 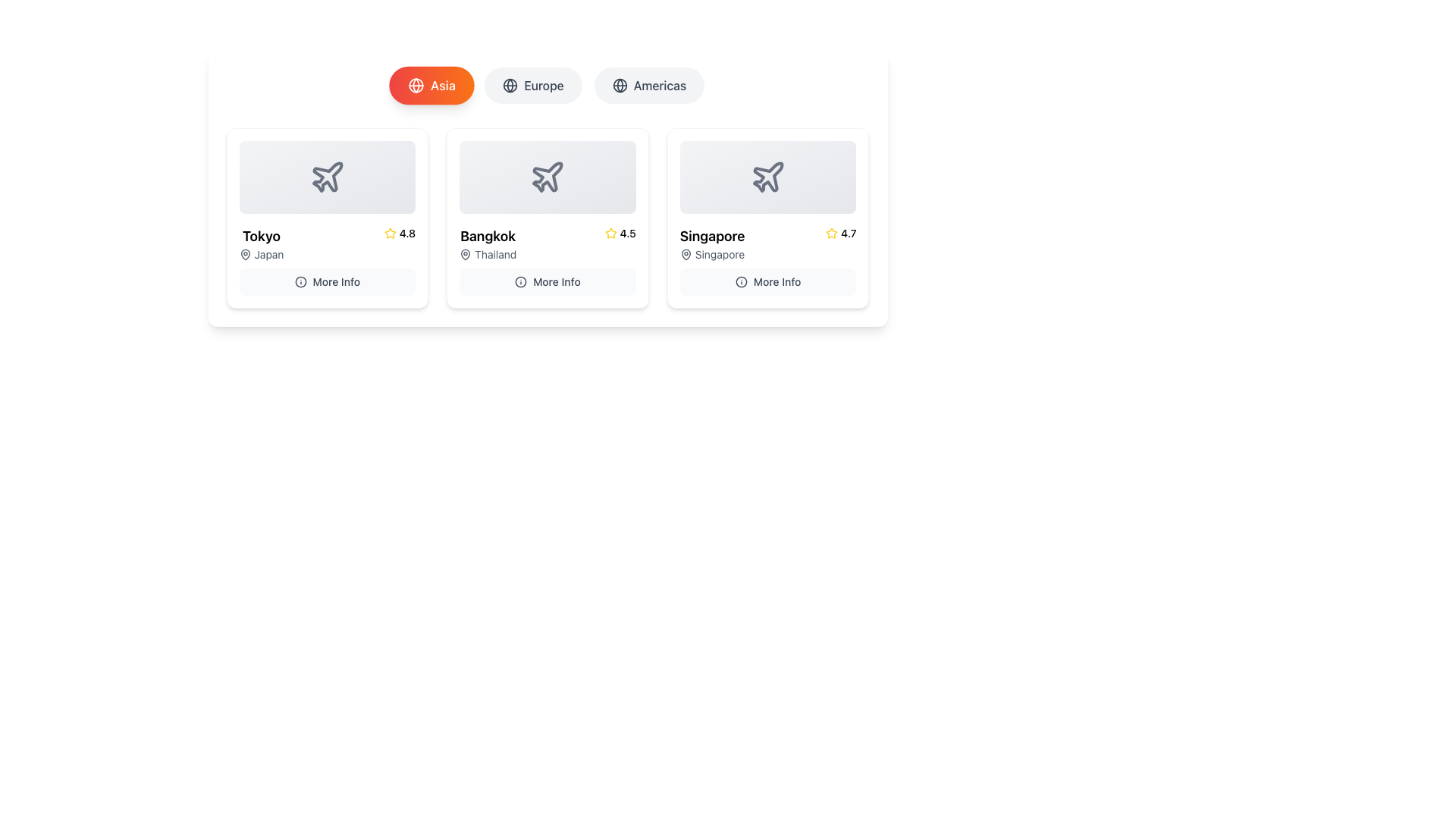 What do you see at coordinates (533, 85) in the screenshot?
I see `the 'Europe' button, which is a rectangular button with rounded corners, labeled in gray text and featuring a globe icon on the left` at bounding box center [533, 85].